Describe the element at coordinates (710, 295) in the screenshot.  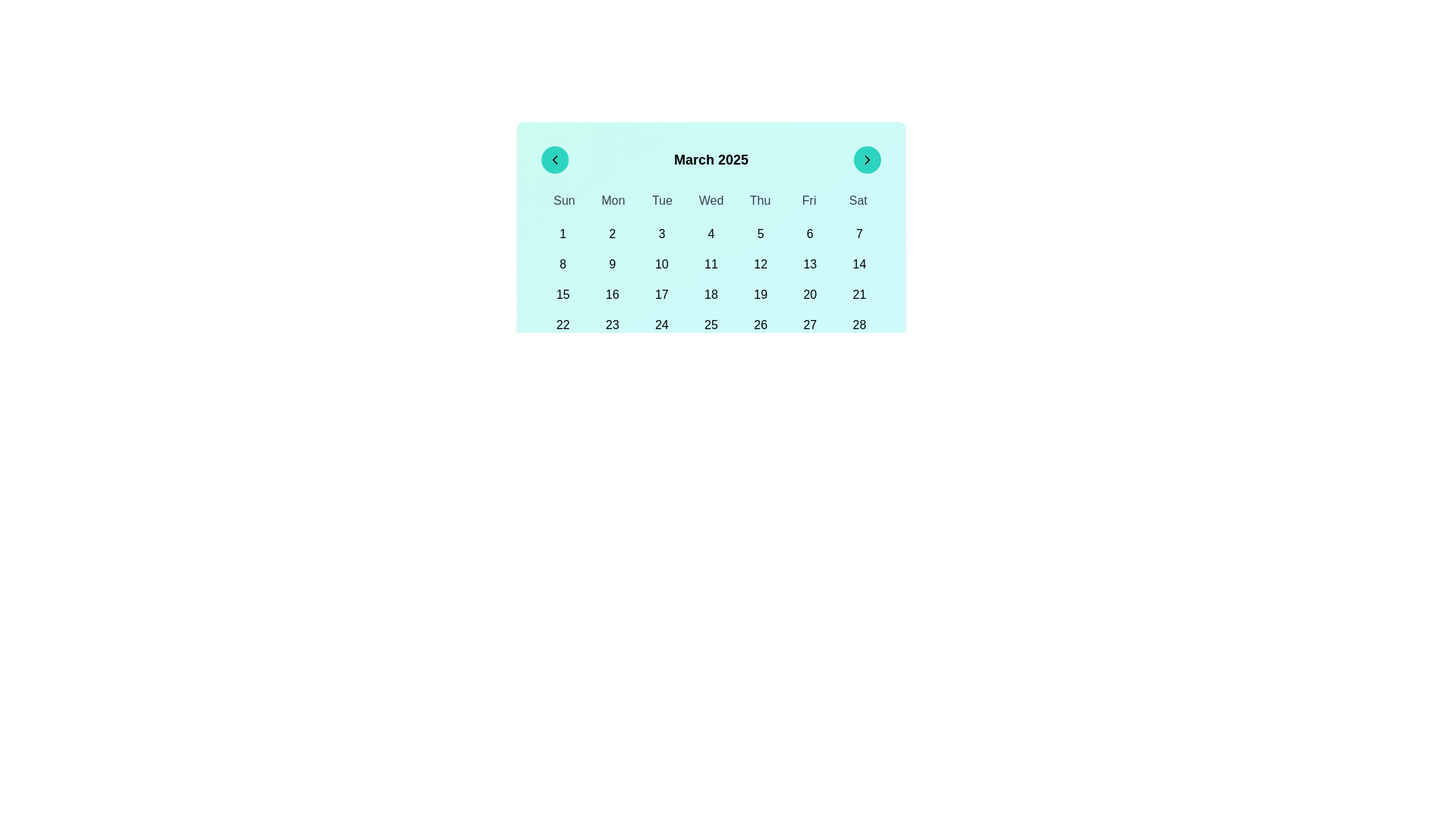
I see `the interactive text element representing the date '18' in the calendar view to observe styling changes` at that location.